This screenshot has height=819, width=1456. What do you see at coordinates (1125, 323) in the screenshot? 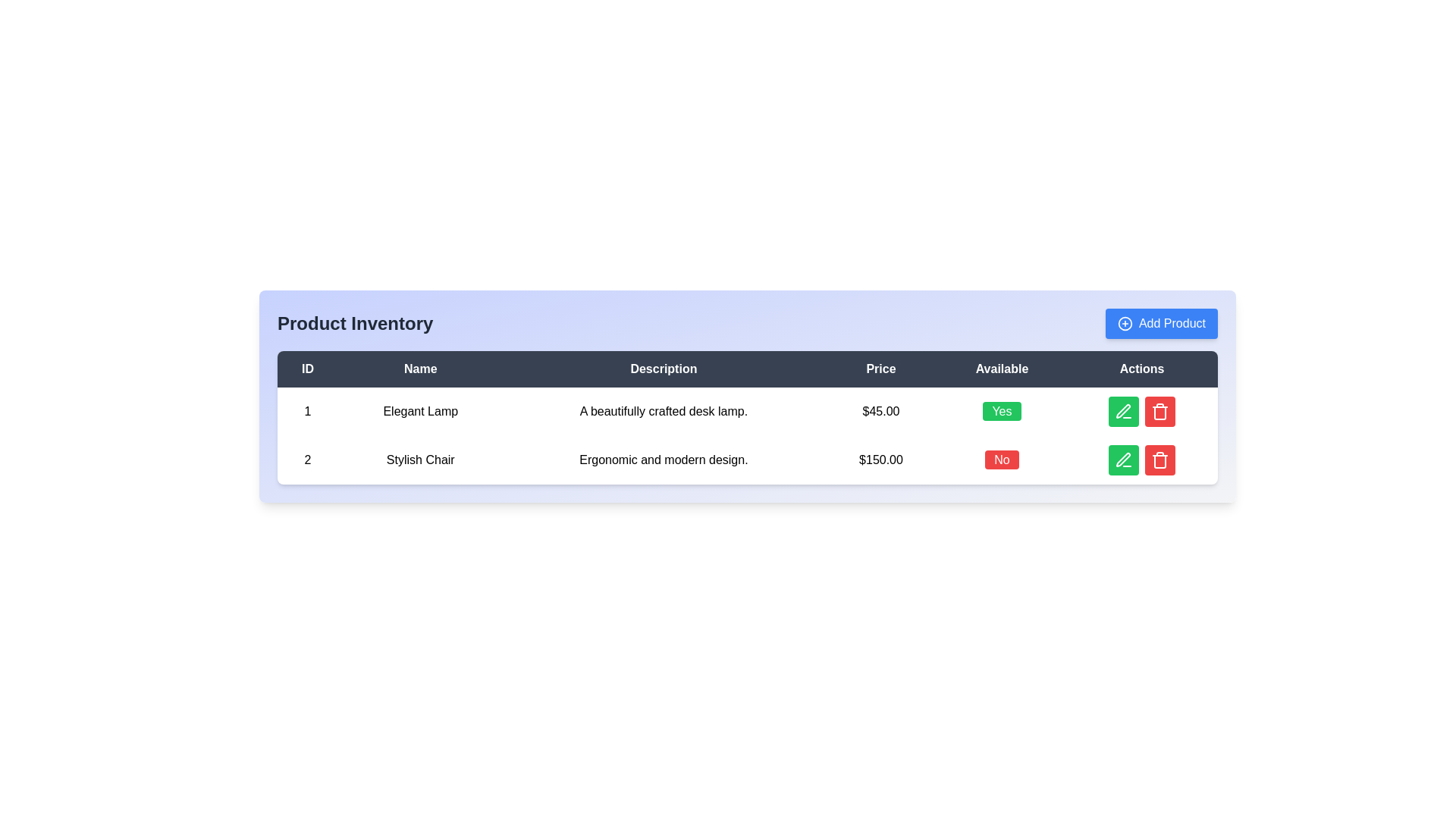
I see `the decorative circle icon that is part of the 'Add Product' button located in the top-right section of the interface header` at bounding box center [1125, 323].